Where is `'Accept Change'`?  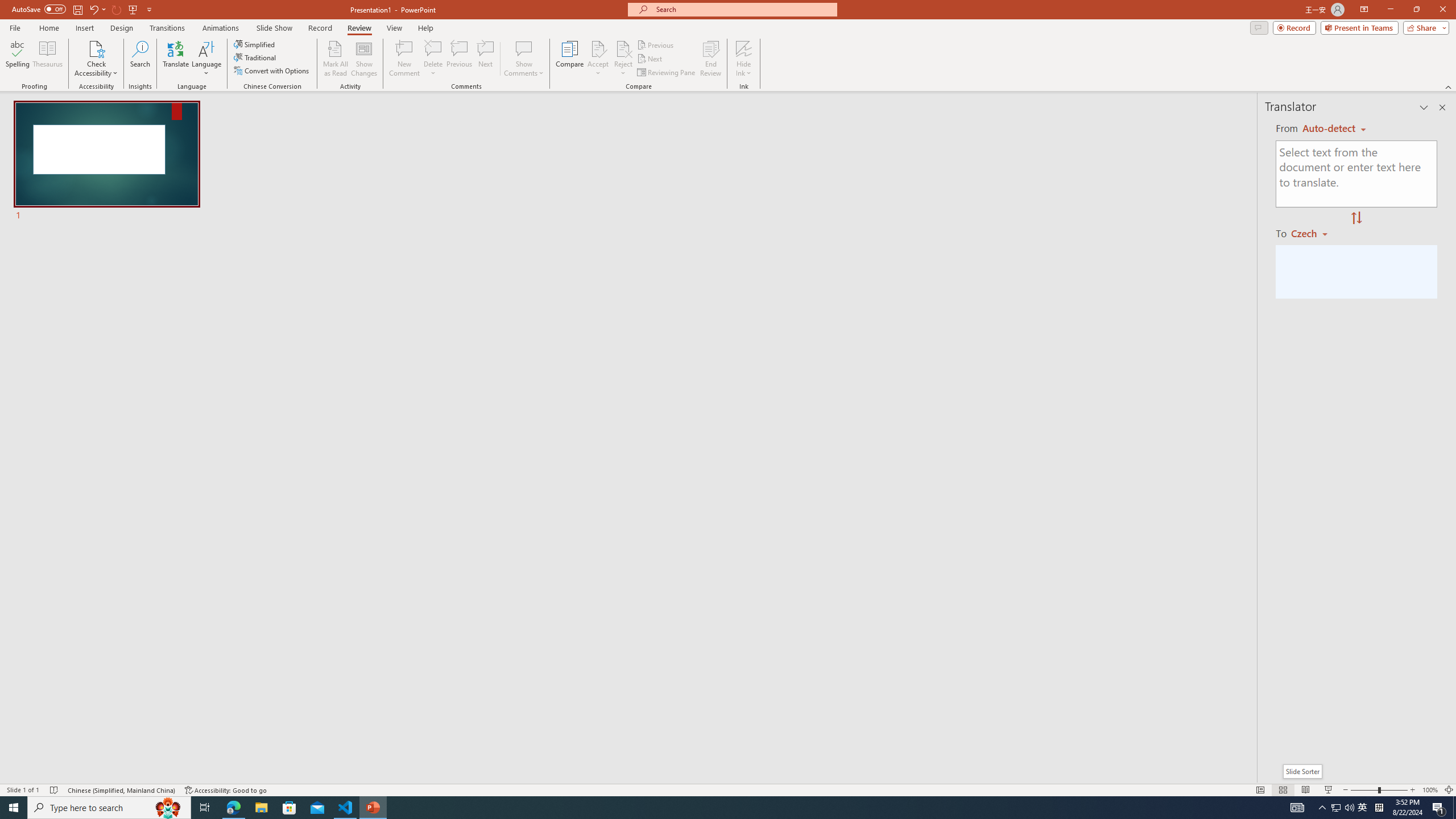
'Accept Change' is located at coordinates (598, 48).